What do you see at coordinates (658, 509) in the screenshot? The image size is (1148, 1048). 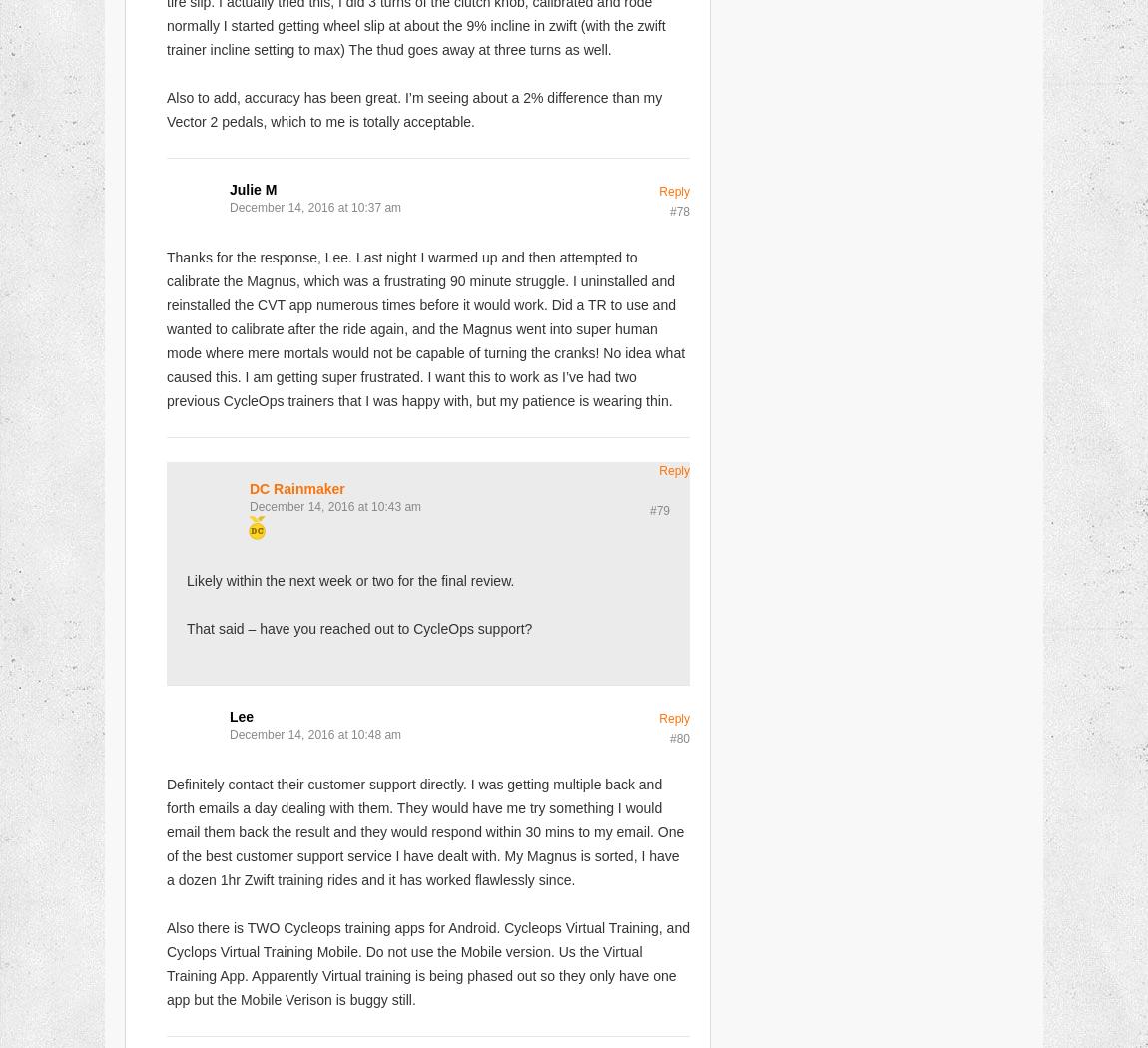 I see `'#79'` at bounding box center [658, 509].